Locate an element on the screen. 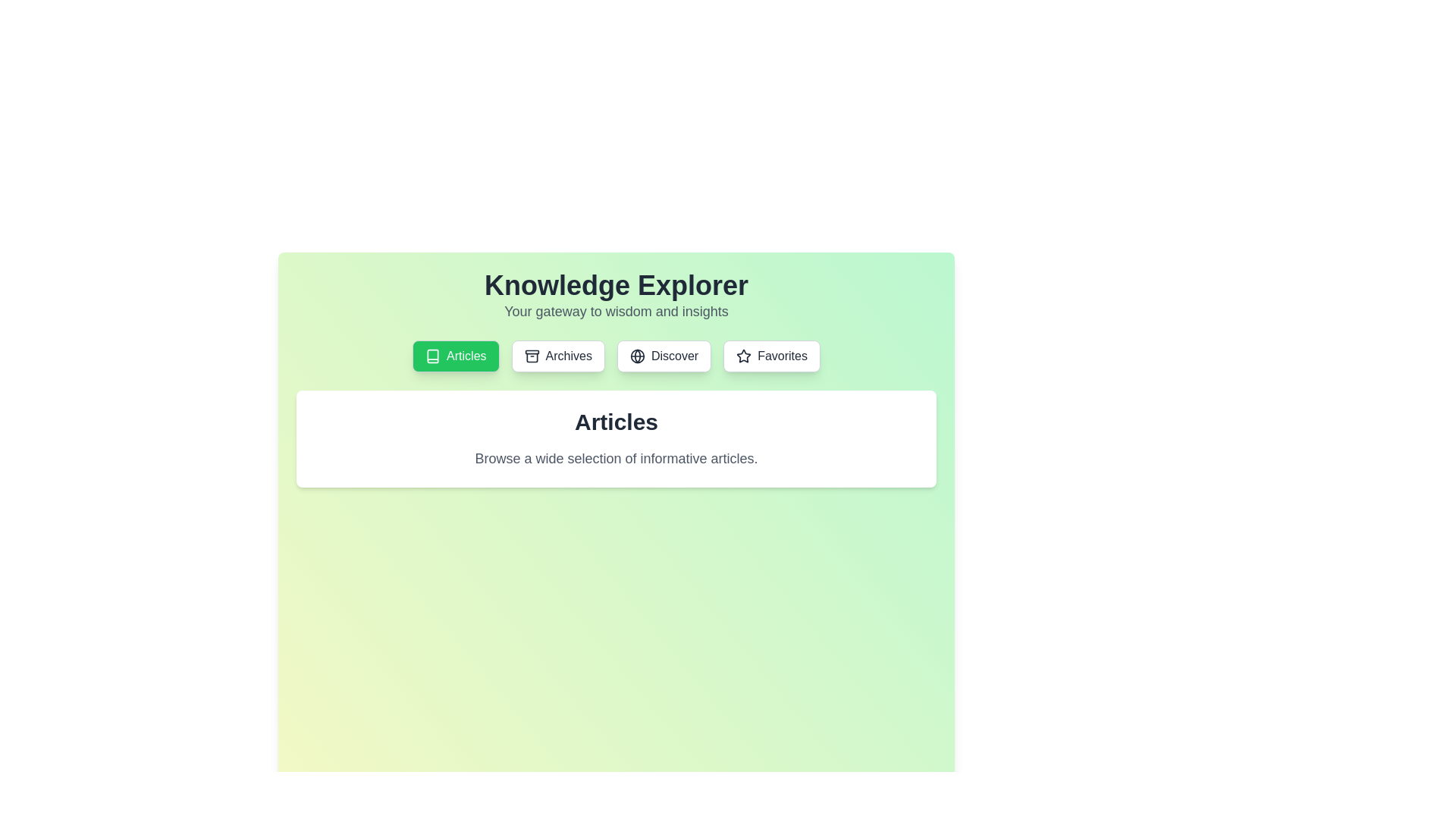  the tab labeled Archives is located at coordinates (557, 356).